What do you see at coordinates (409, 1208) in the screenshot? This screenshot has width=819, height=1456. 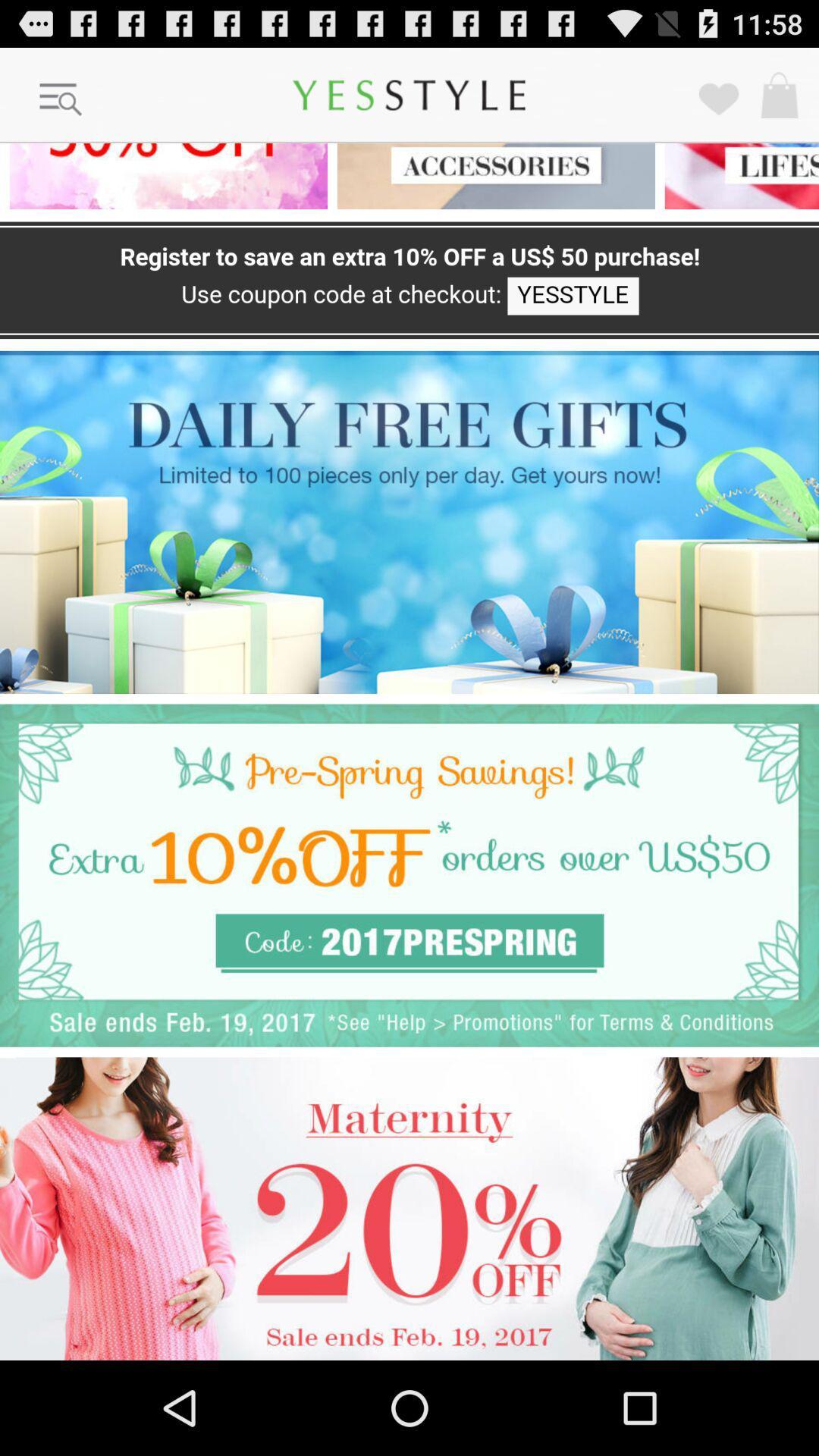 I see `advertisement page` at bounding box center [409, 1208].